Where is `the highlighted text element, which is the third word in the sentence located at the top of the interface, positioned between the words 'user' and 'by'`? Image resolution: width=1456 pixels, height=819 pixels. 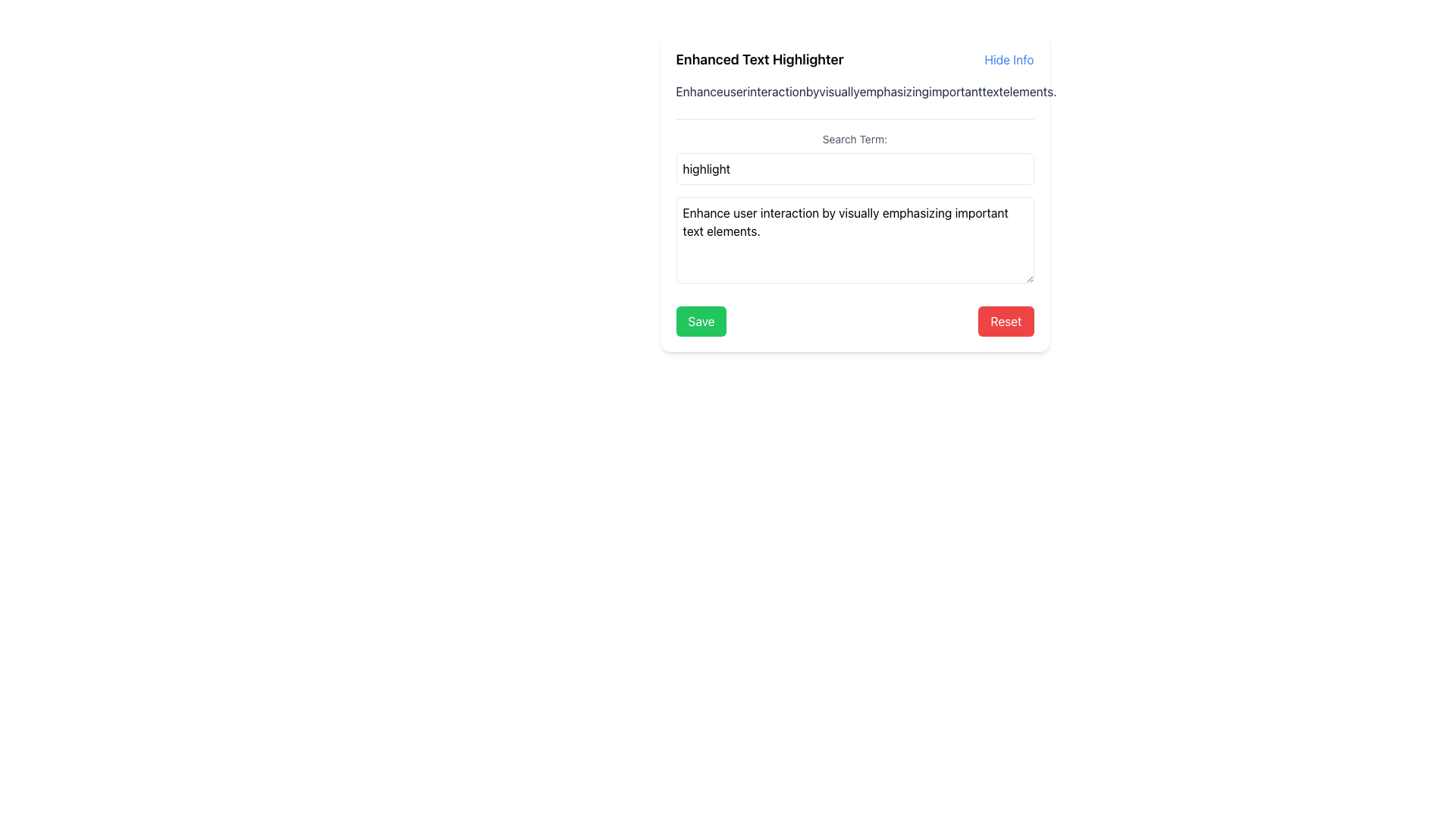 the highlighted text element, which is the third word in the sentence located at the top of the interface, positioned between the words 'user' and 'by' is located at coordinates (777, 91).